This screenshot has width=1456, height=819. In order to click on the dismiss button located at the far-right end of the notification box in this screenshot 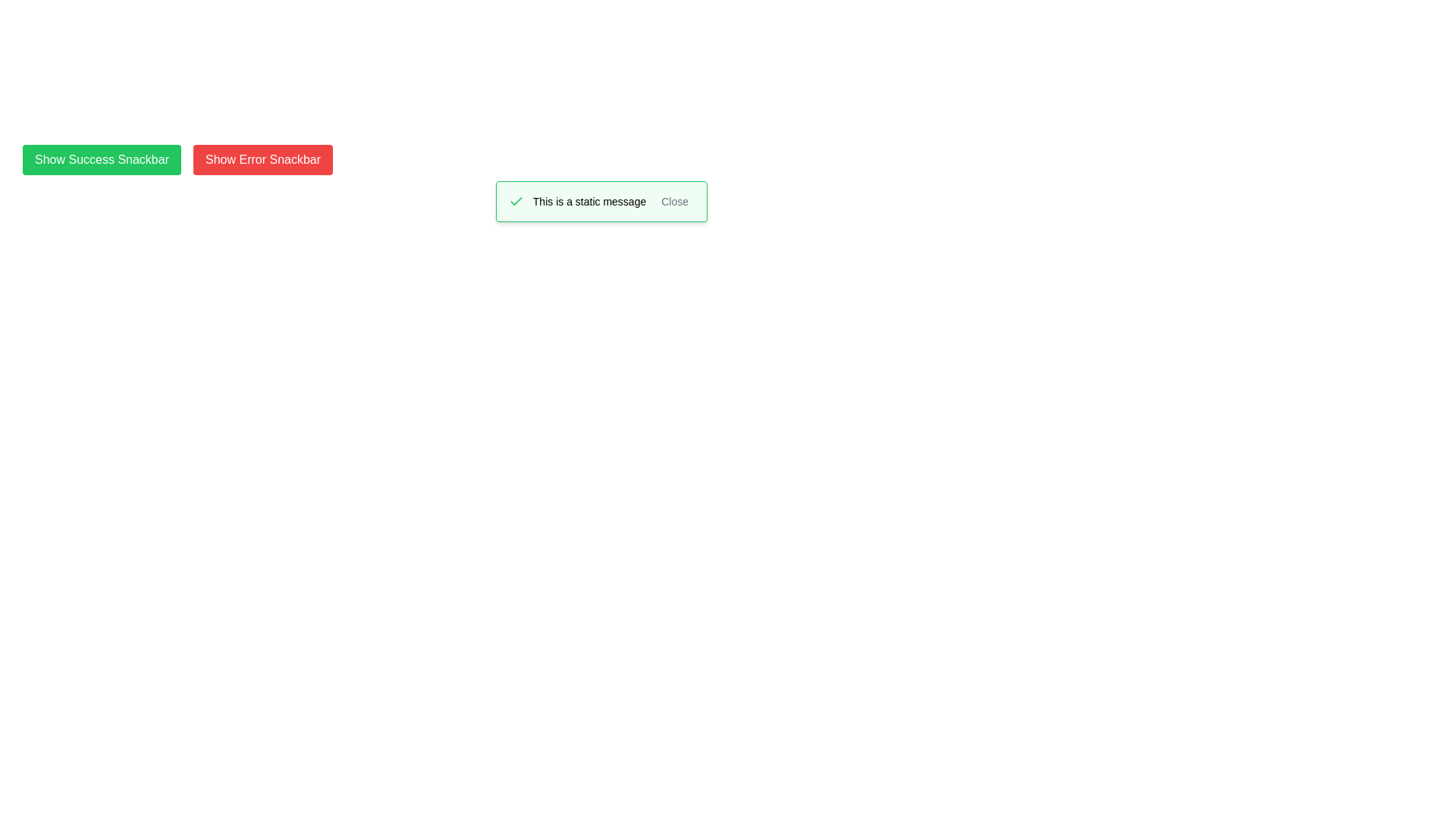, I will do `click(674, 201)`.